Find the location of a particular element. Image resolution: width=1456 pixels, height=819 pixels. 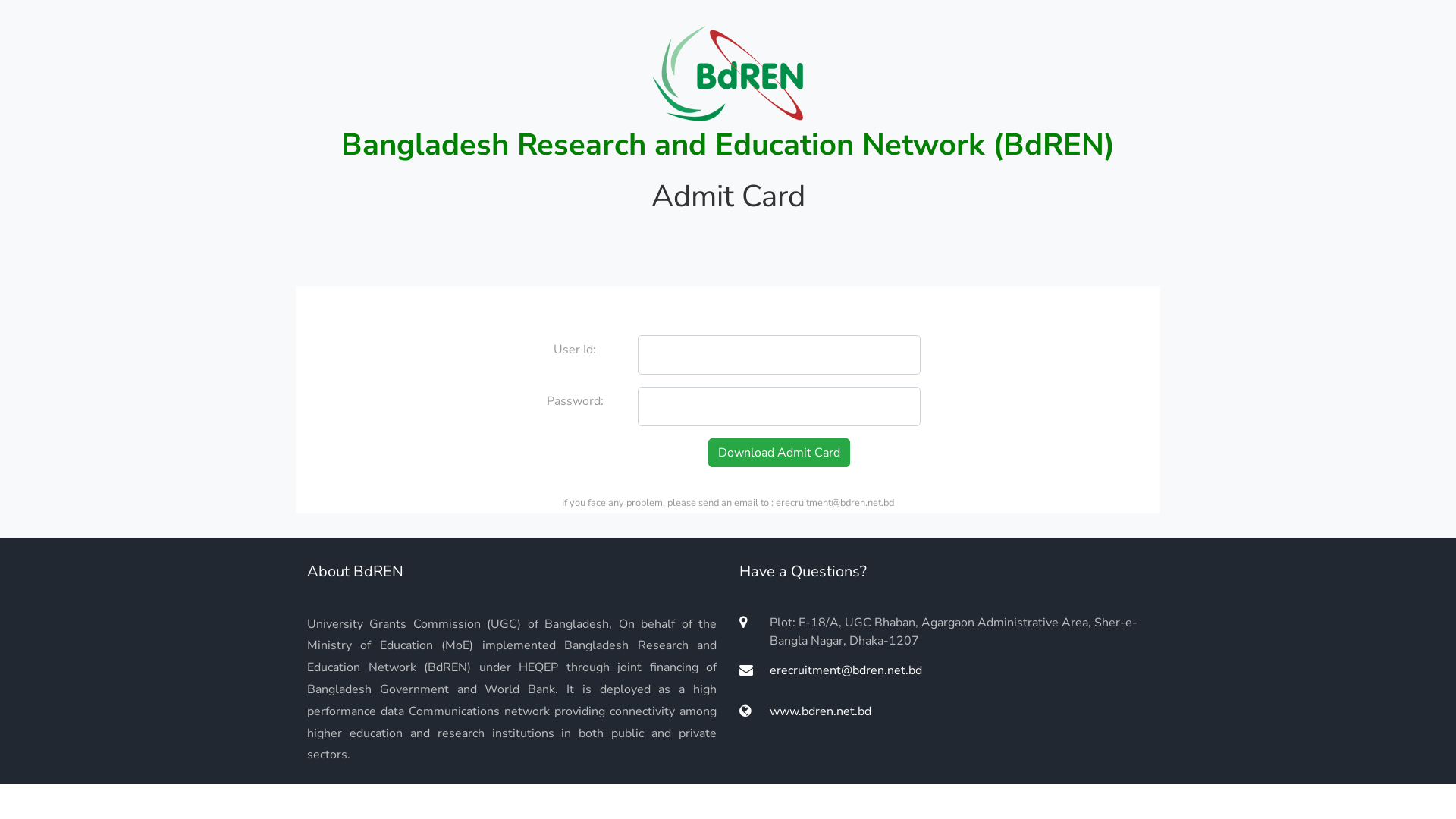

'Download Admit Card' is located at coordinates (779, 452).